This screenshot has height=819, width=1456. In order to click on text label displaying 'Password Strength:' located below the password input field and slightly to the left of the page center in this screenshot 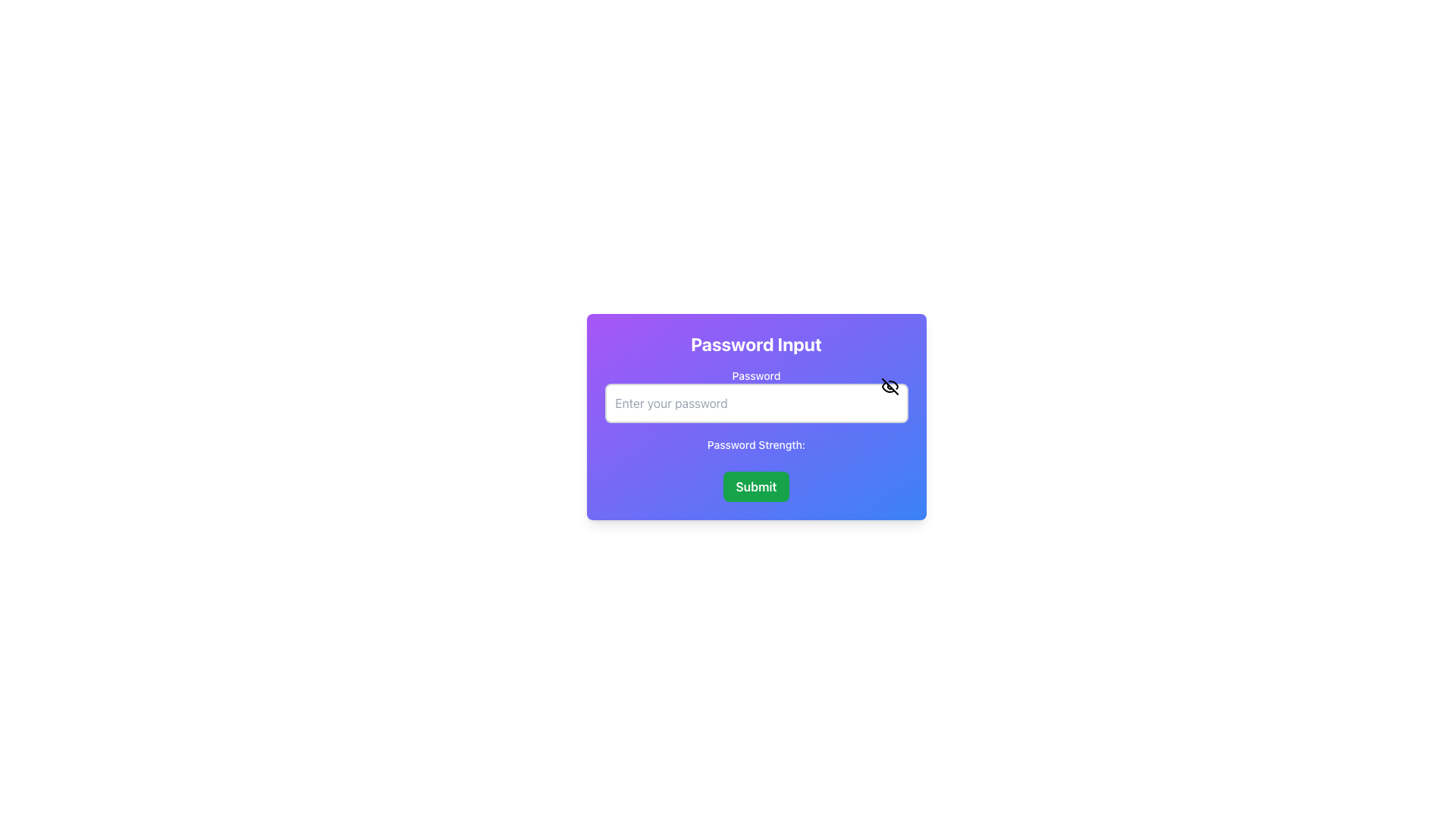, I will do `click(756, 444)`.